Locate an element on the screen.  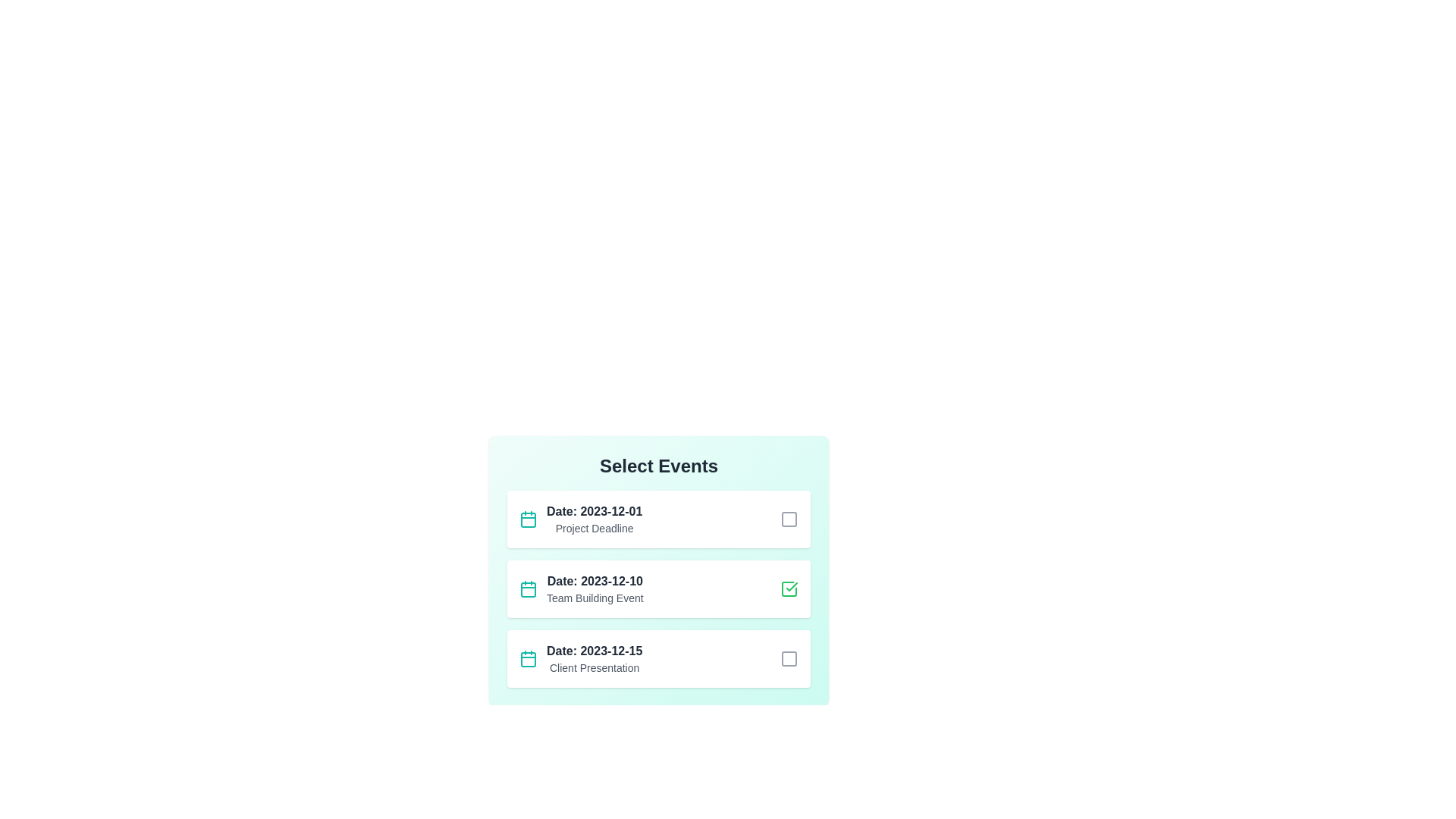
the event item corresponding to 1 is located at coordinates (658, 519).